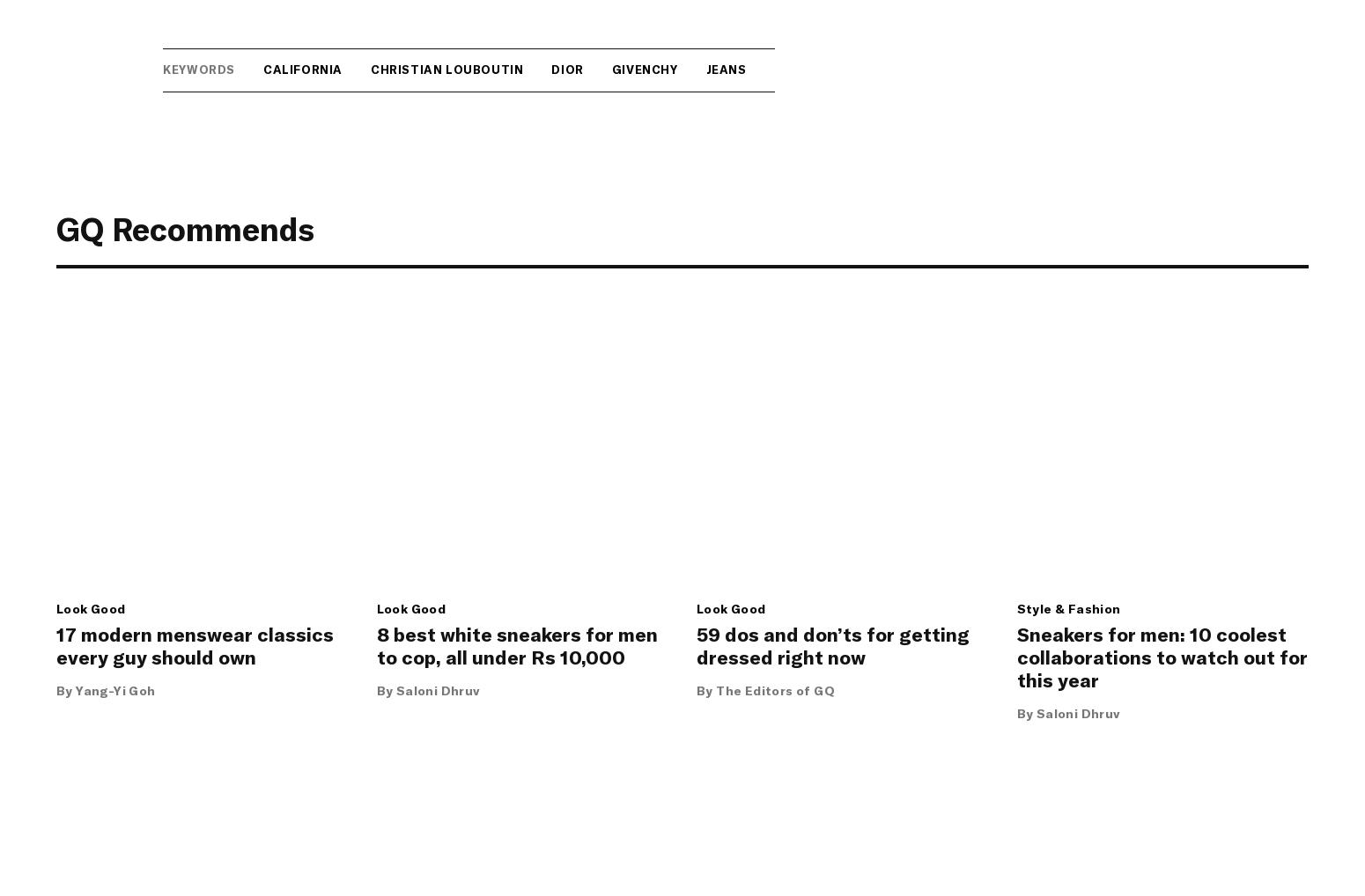  What do you see at coordinates (516, 644) in the screenshot?
I see `'8 best white sneakers for men to cop, all under Rs 10,000'` at bounding box center [516, 644].